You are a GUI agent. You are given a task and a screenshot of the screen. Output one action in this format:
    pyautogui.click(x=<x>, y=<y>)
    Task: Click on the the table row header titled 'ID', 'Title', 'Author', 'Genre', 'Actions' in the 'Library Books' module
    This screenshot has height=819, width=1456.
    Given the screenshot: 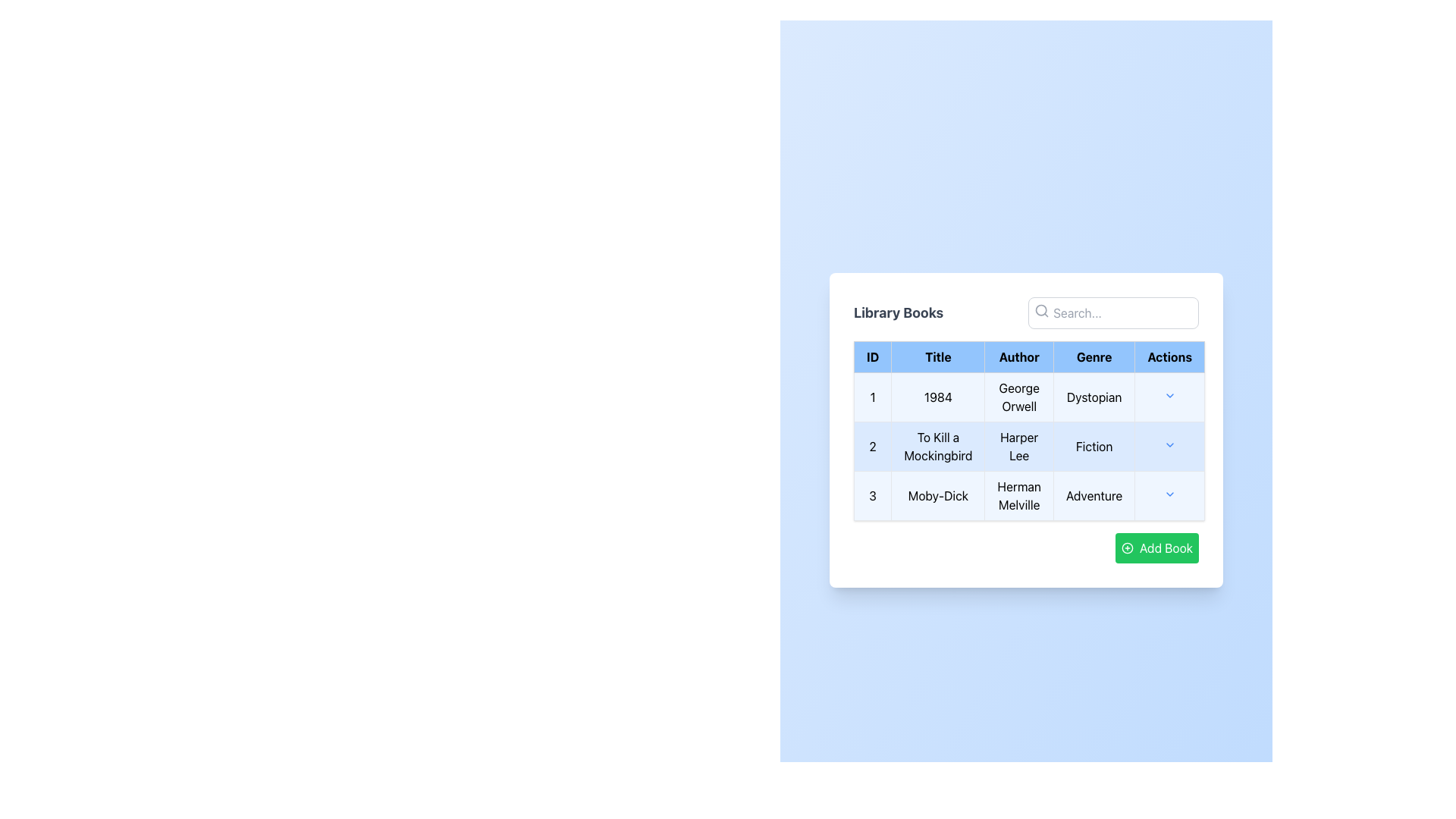 What is the action you would take?
    pyautogui.click(x=1029, y=356)
    